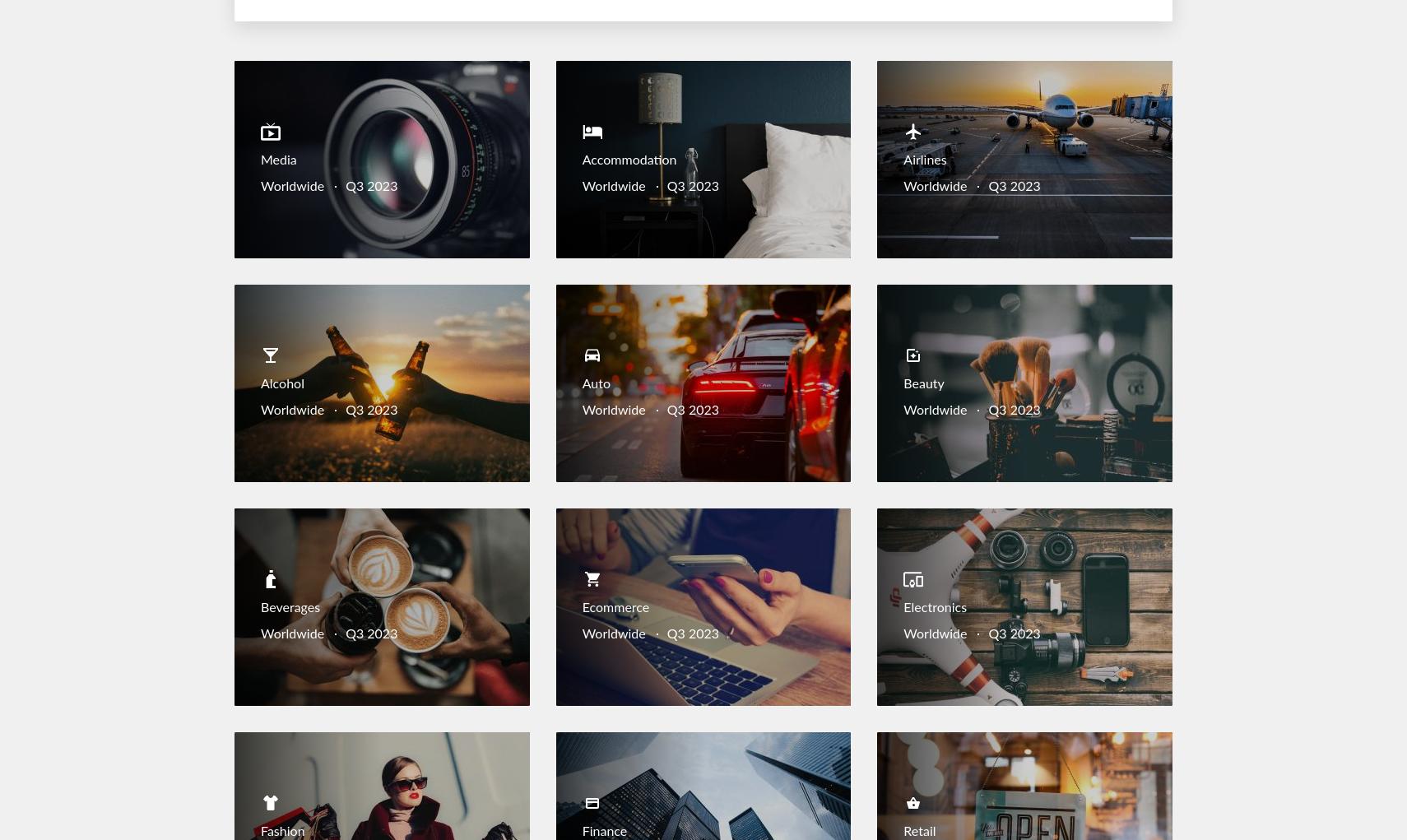 The height and width of the screenshot is (840, 1407). What do you see at coordinates (615, 606) in the screenshot?
I see `'Ecommerce'` at bounding box center [615, 606].